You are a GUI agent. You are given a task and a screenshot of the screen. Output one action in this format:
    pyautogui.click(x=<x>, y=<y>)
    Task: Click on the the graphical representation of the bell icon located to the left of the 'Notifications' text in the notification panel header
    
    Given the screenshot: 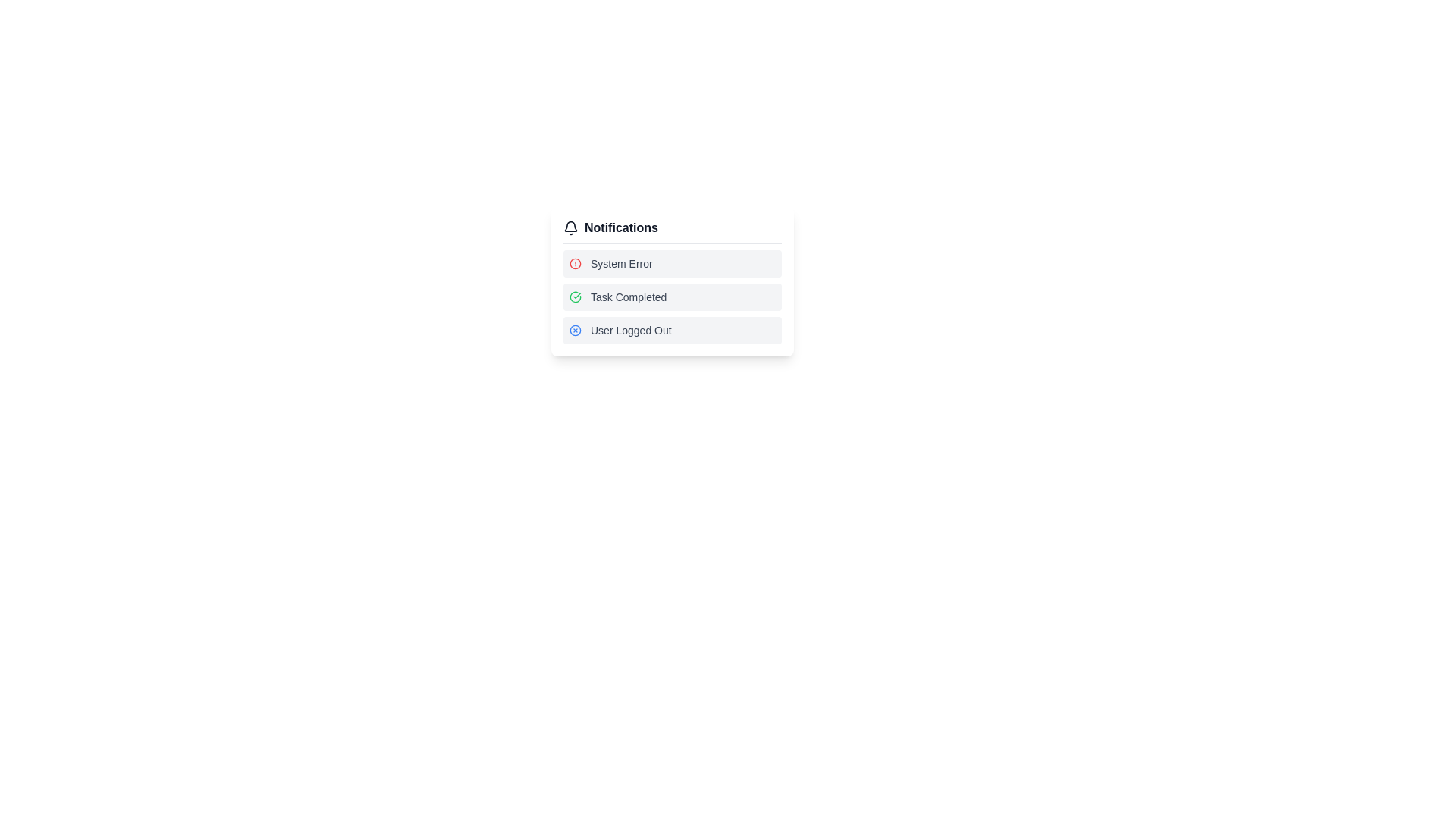 What is the action you would take?
    pyautogui.click(x=570, y=227)
    